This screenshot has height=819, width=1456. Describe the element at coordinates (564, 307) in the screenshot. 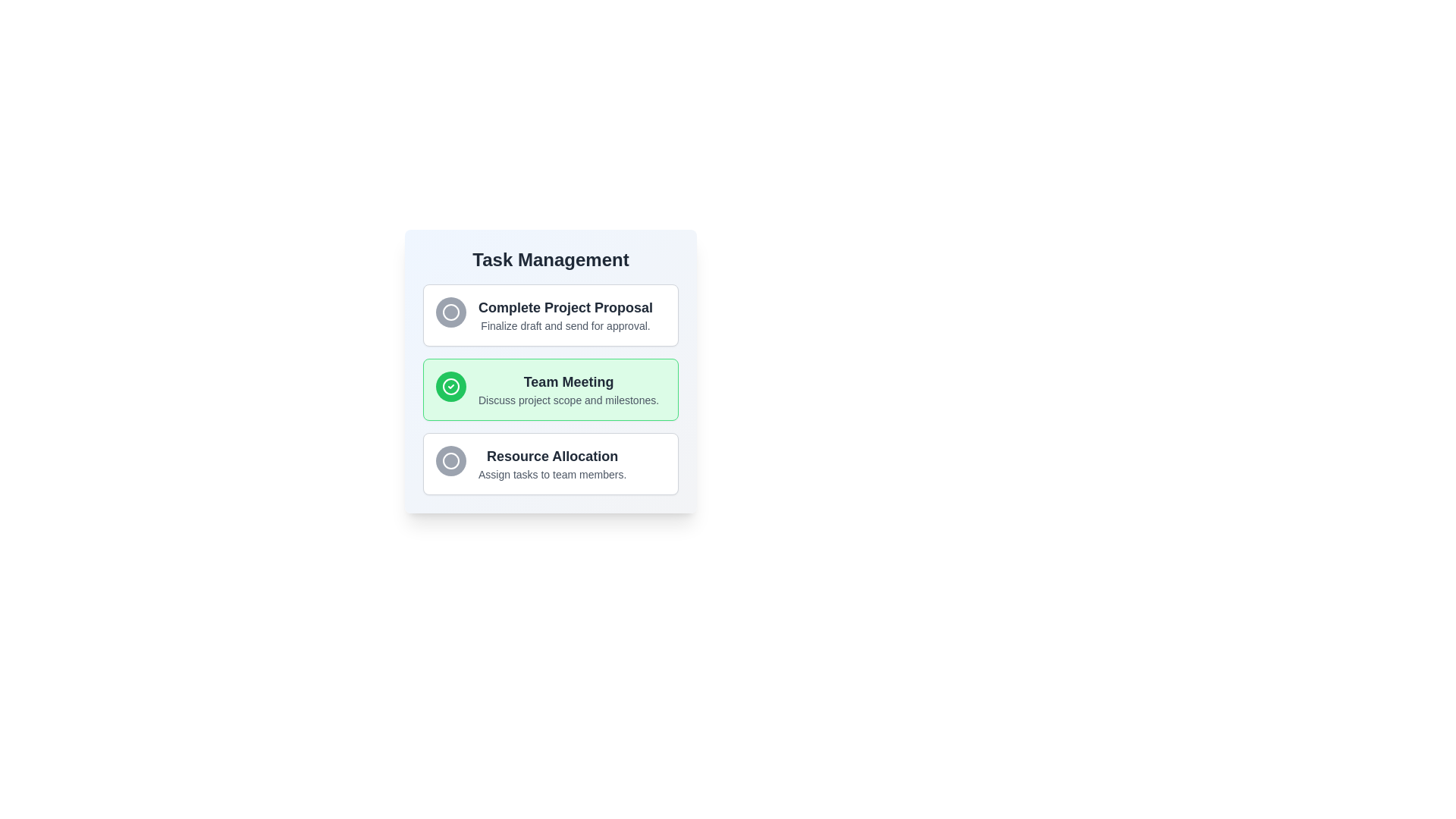

I see `the task description text to focus on it` at that location.